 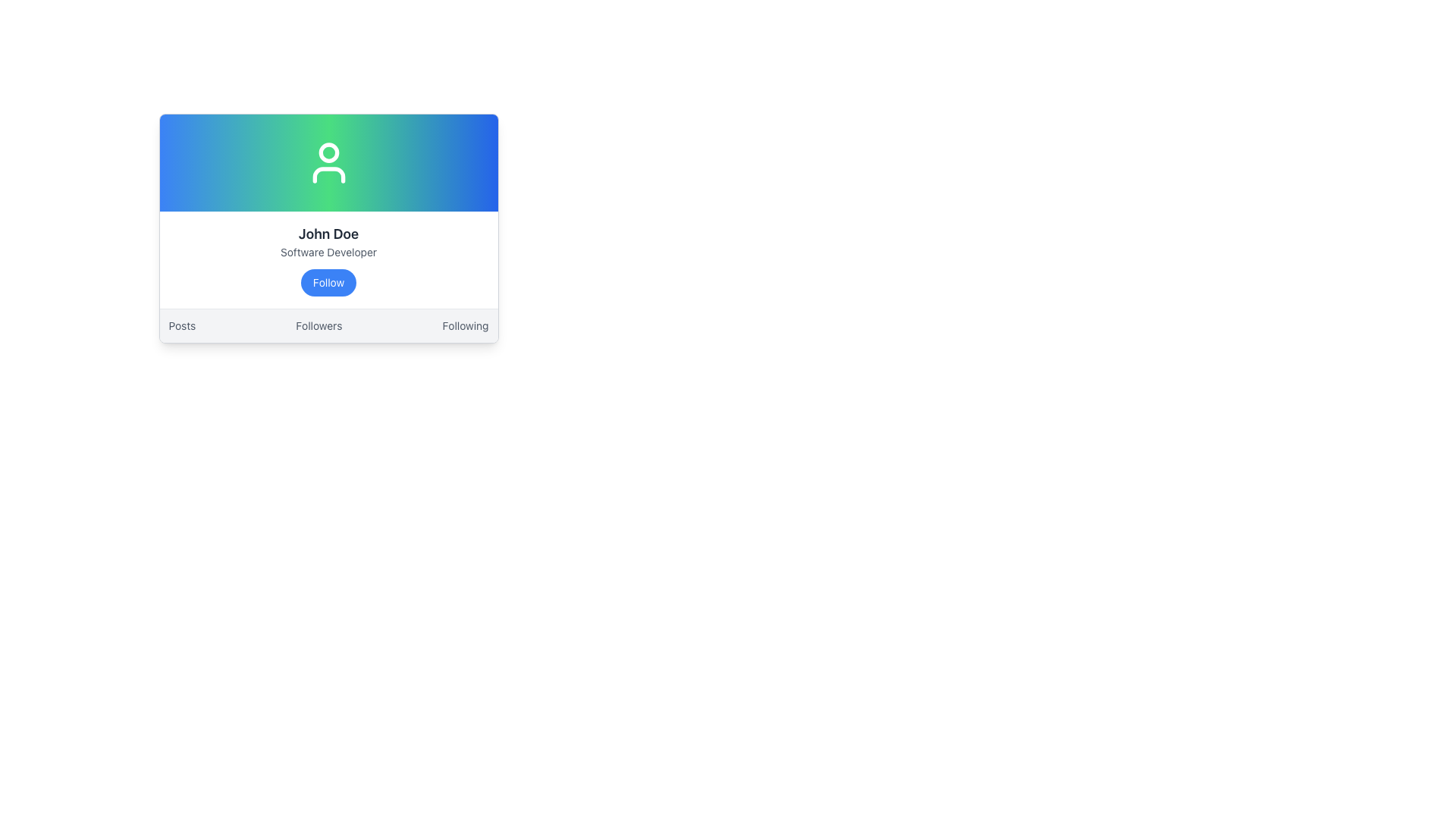 I want to click on the interactive text link labeled 'Posts' located in the horizontal menu below the 'Follow' button in the user profile card, so click(x=182, y=325).